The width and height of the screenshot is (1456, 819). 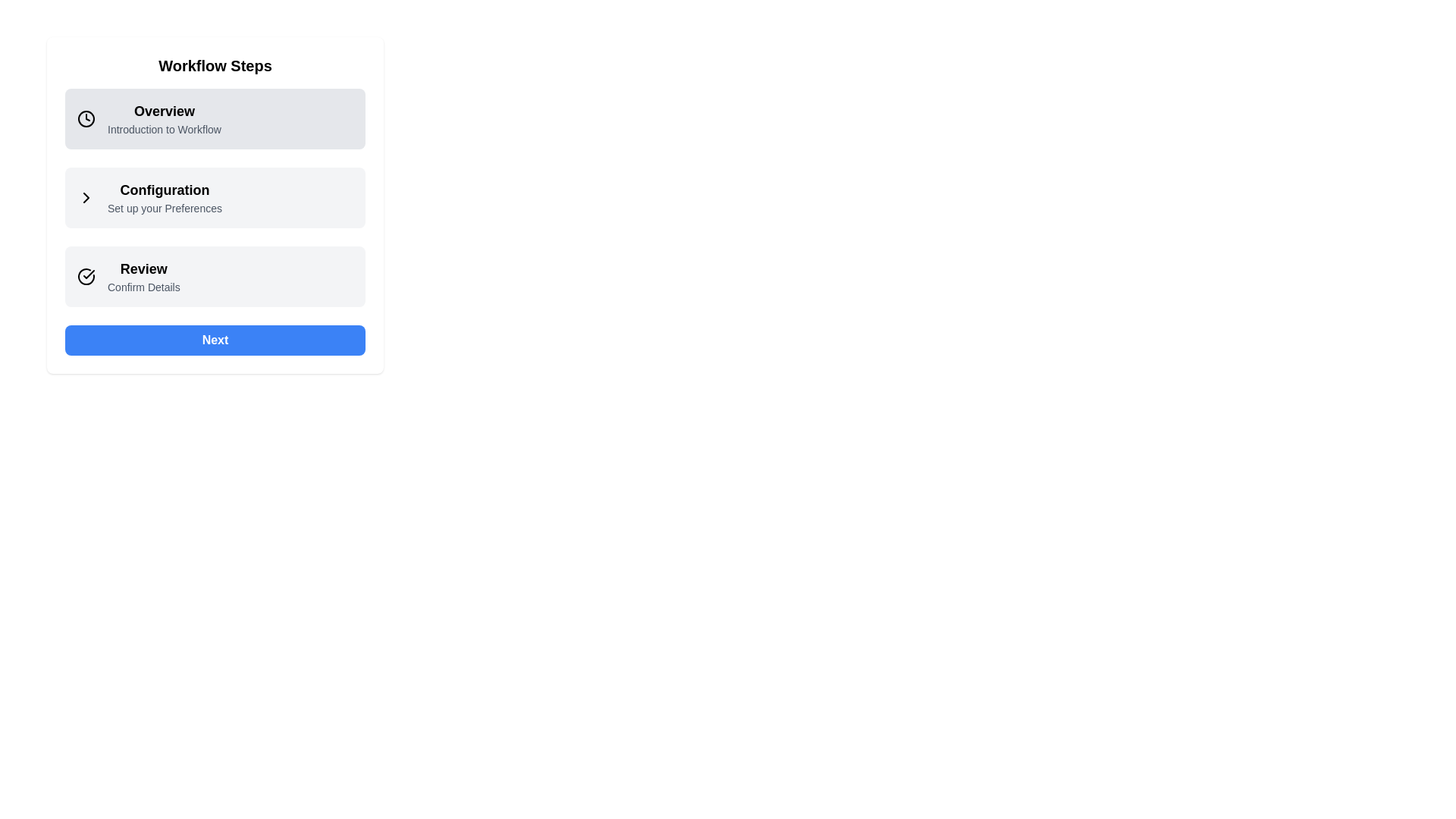 What do you see at coordinates (164, 128) in the screenshot?
I see `text from the Text Label located in the 'Overview' section of the 'Workflow Steps' interface, positioned directly underneath the 'Overview' title` at bounding box center [164, 128].